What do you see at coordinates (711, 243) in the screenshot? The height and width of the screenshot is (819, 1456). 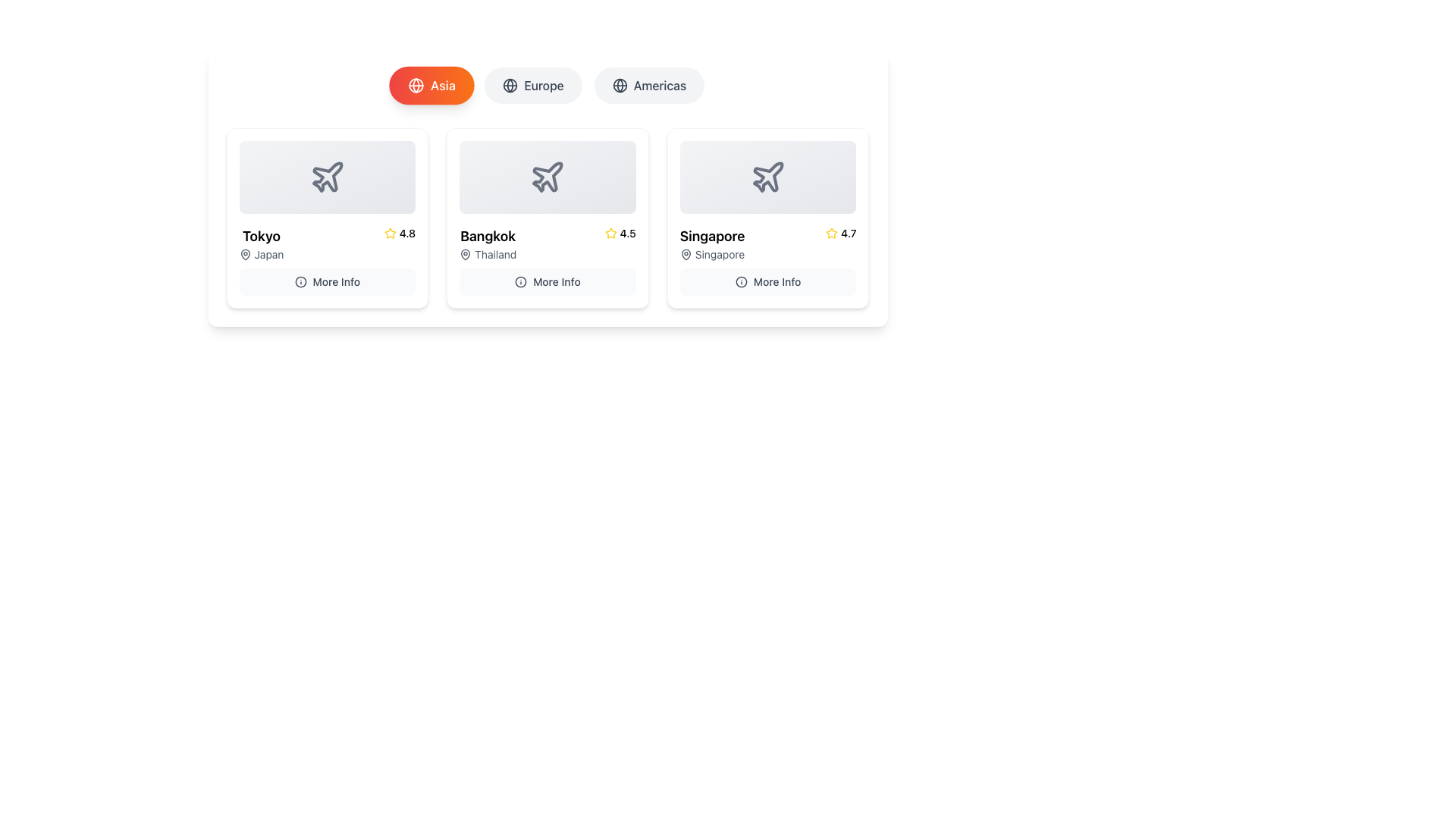 I see `the Text display with decorative icon that shows the name and location of the city 'Singapore', positioned above the 'More Info' button and below the airplane image in the third card of a horizontally aligned set of city cards` at bounding box center [711, 243].